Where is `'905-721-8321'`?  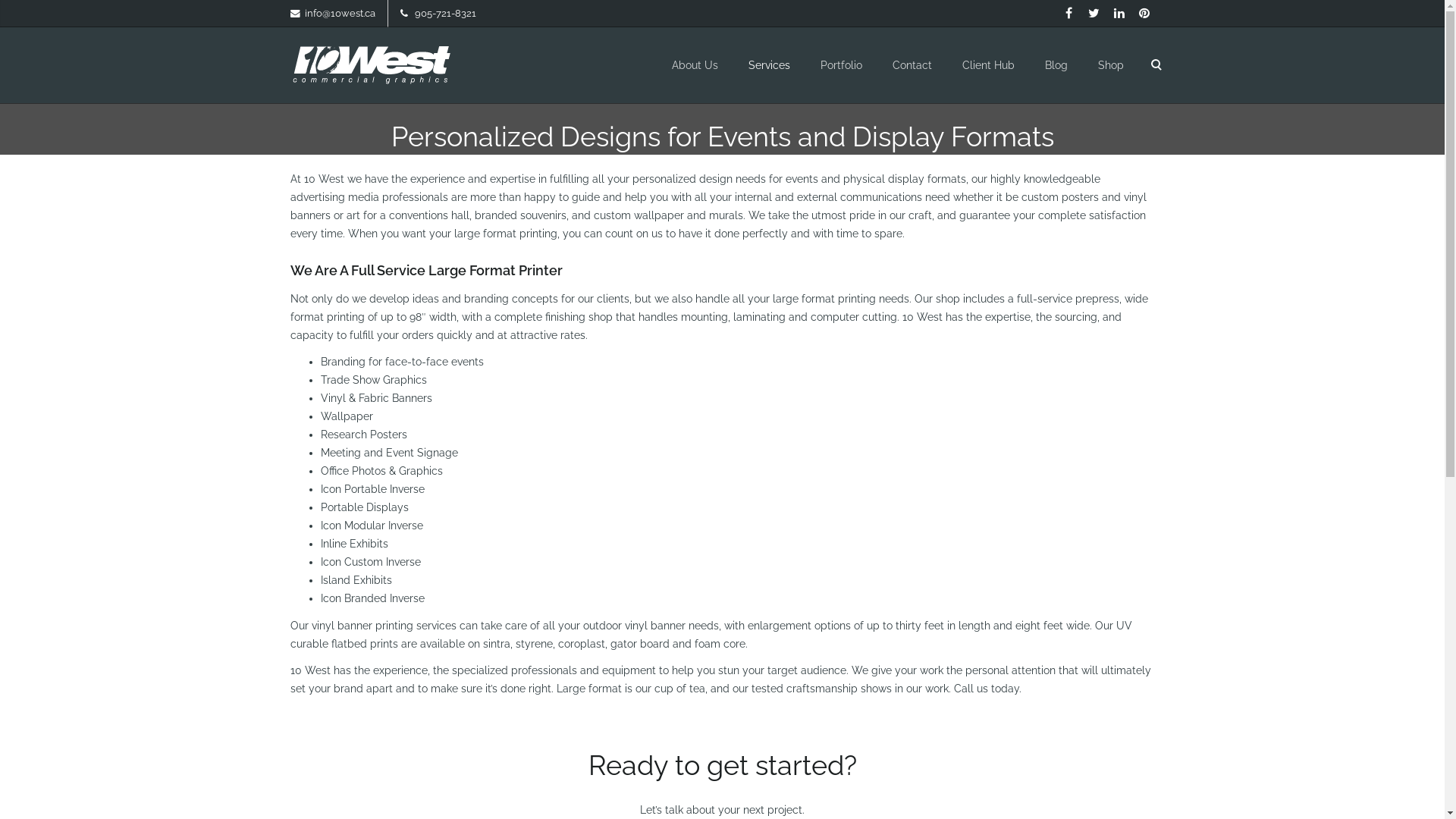
'905-721-8321' is located at coordinates (414, 13).